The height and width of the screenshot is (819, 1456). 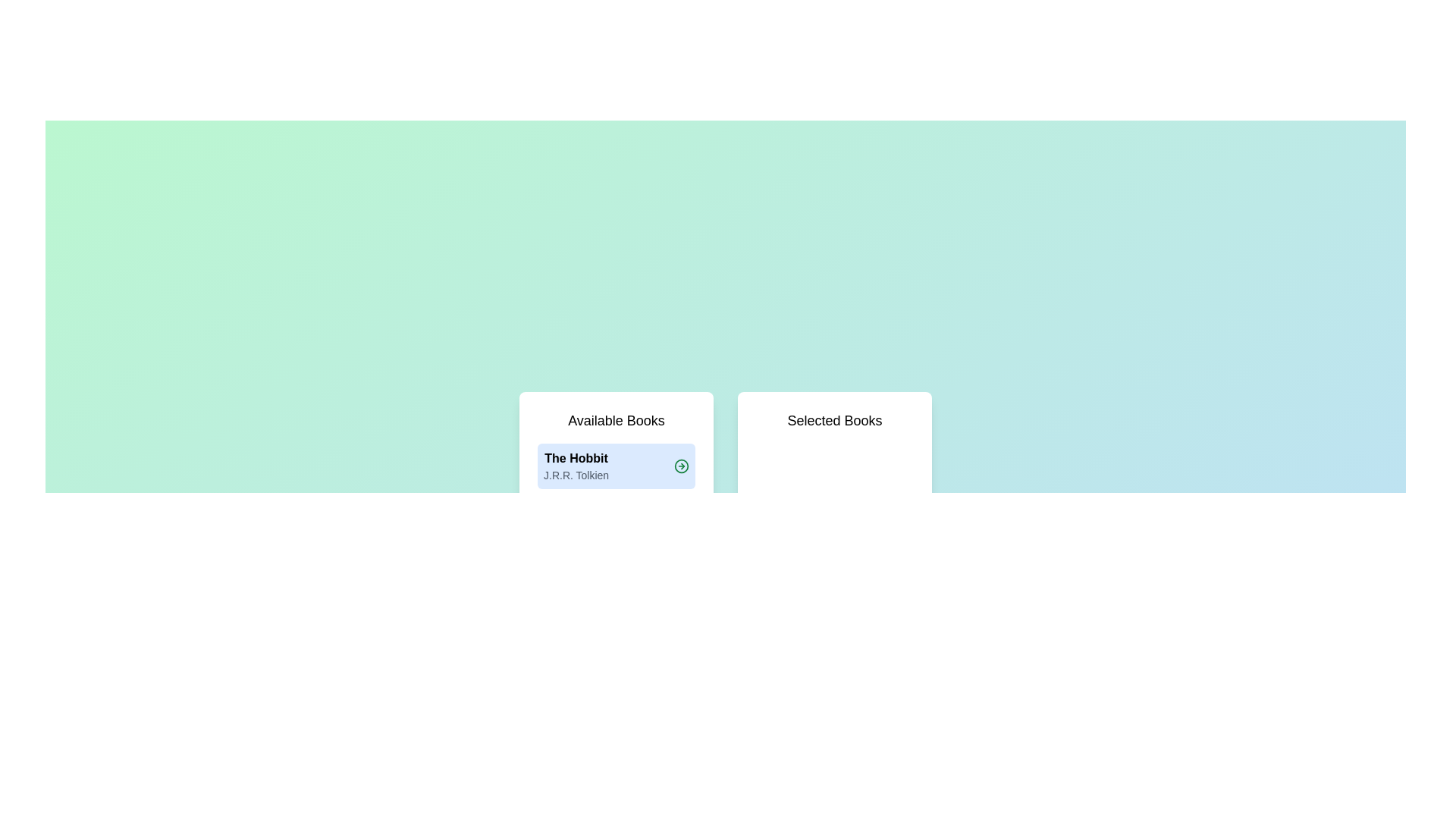 I want to click on the arrow button next to 'The Hobbit' to move it to the 'Selected Books' list, so click(x=680, y=465).